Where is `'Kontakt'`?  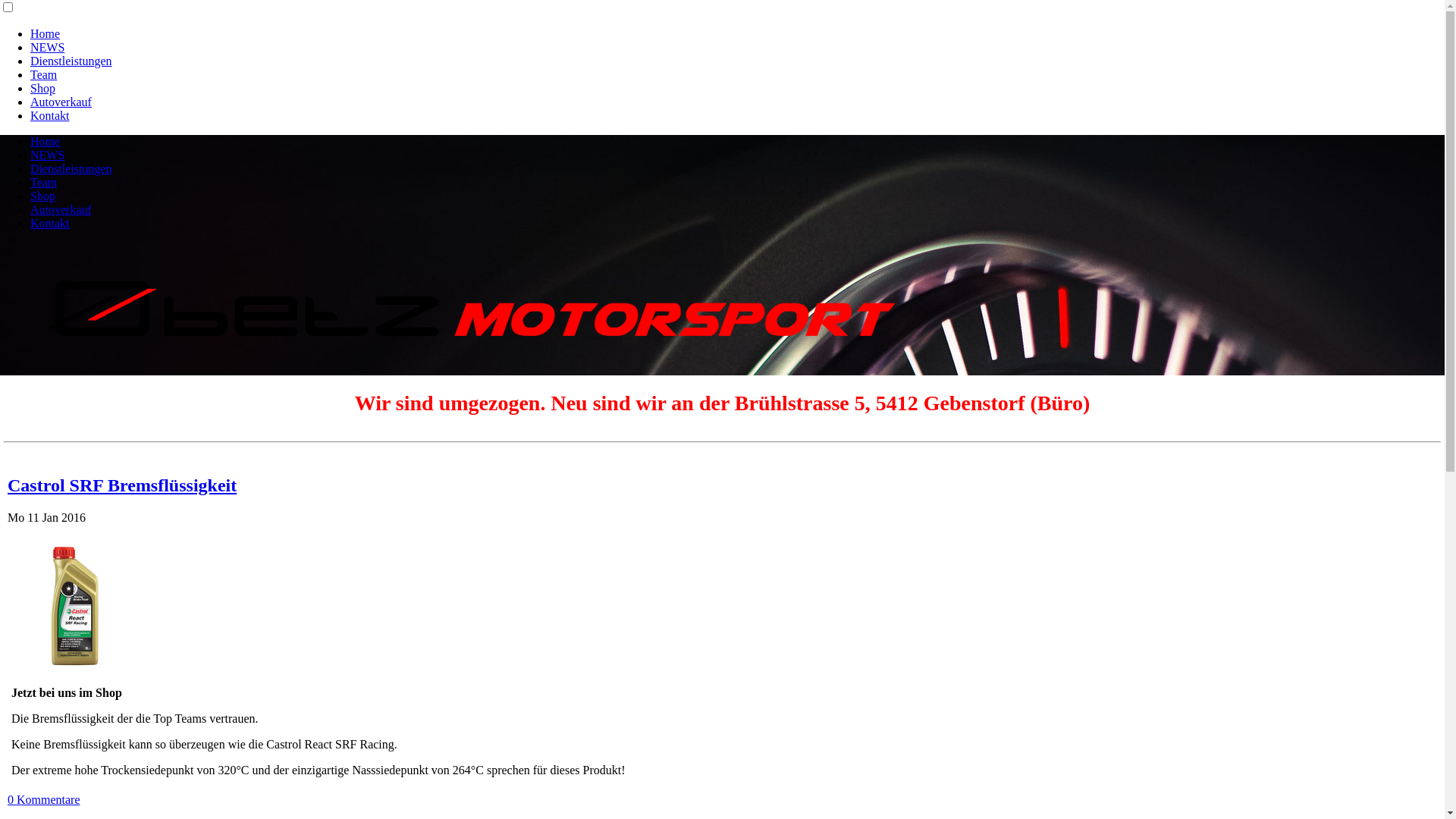 'Kontakt' is located at coordinates (50, 115).